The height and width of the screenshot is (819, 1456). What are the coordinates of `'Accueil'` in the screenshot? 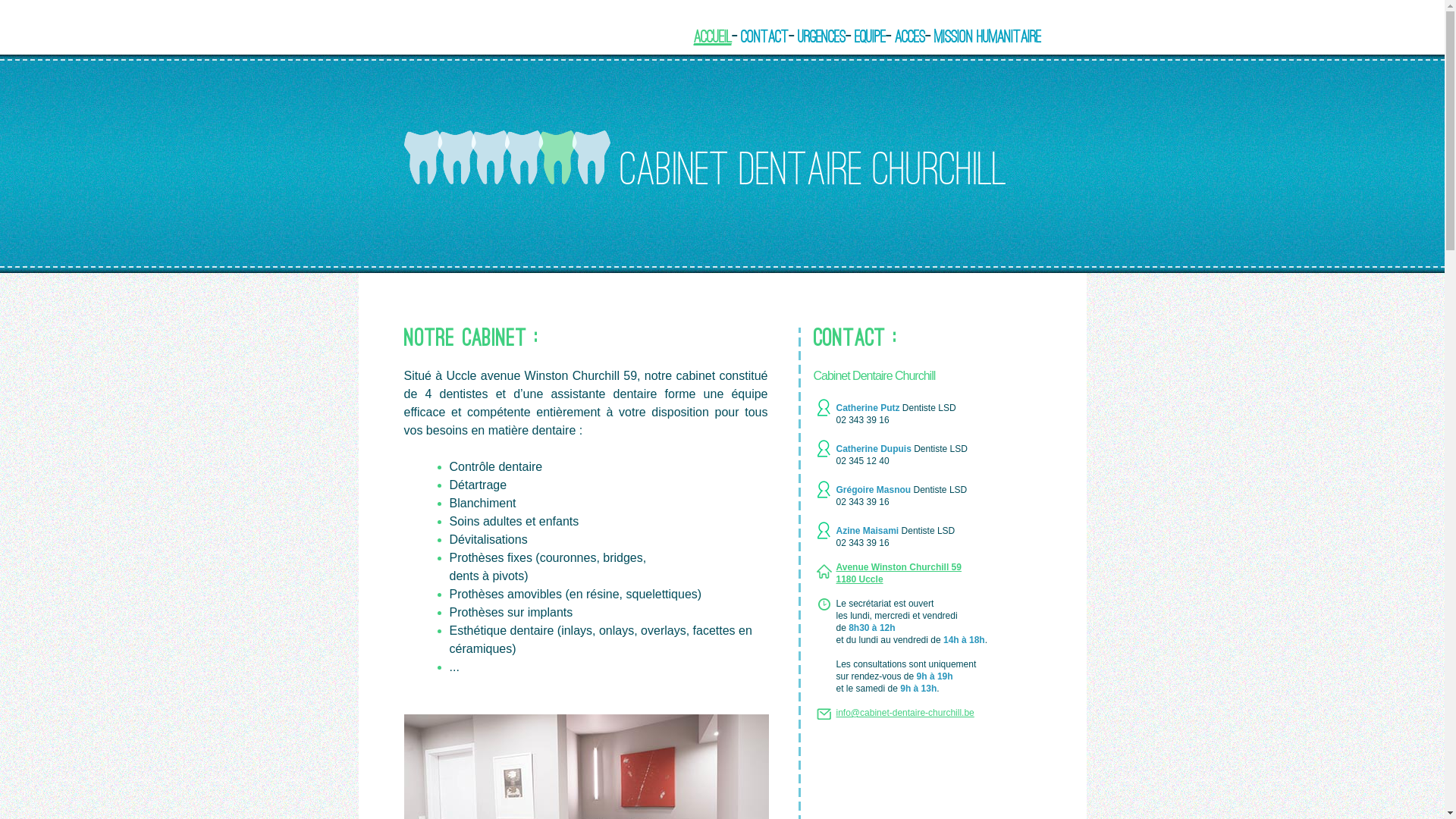 It's located at (711, 36).